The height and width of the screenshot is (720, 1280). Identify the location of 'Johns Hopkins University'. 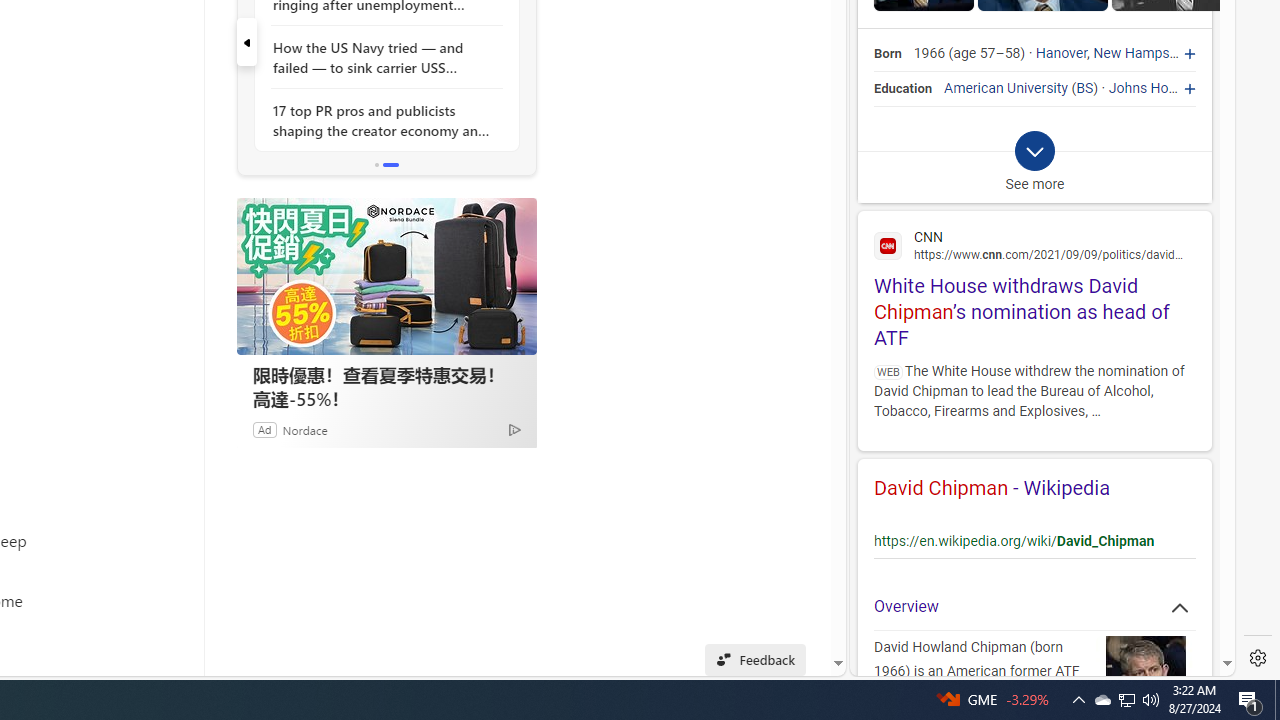
(1187, 87).